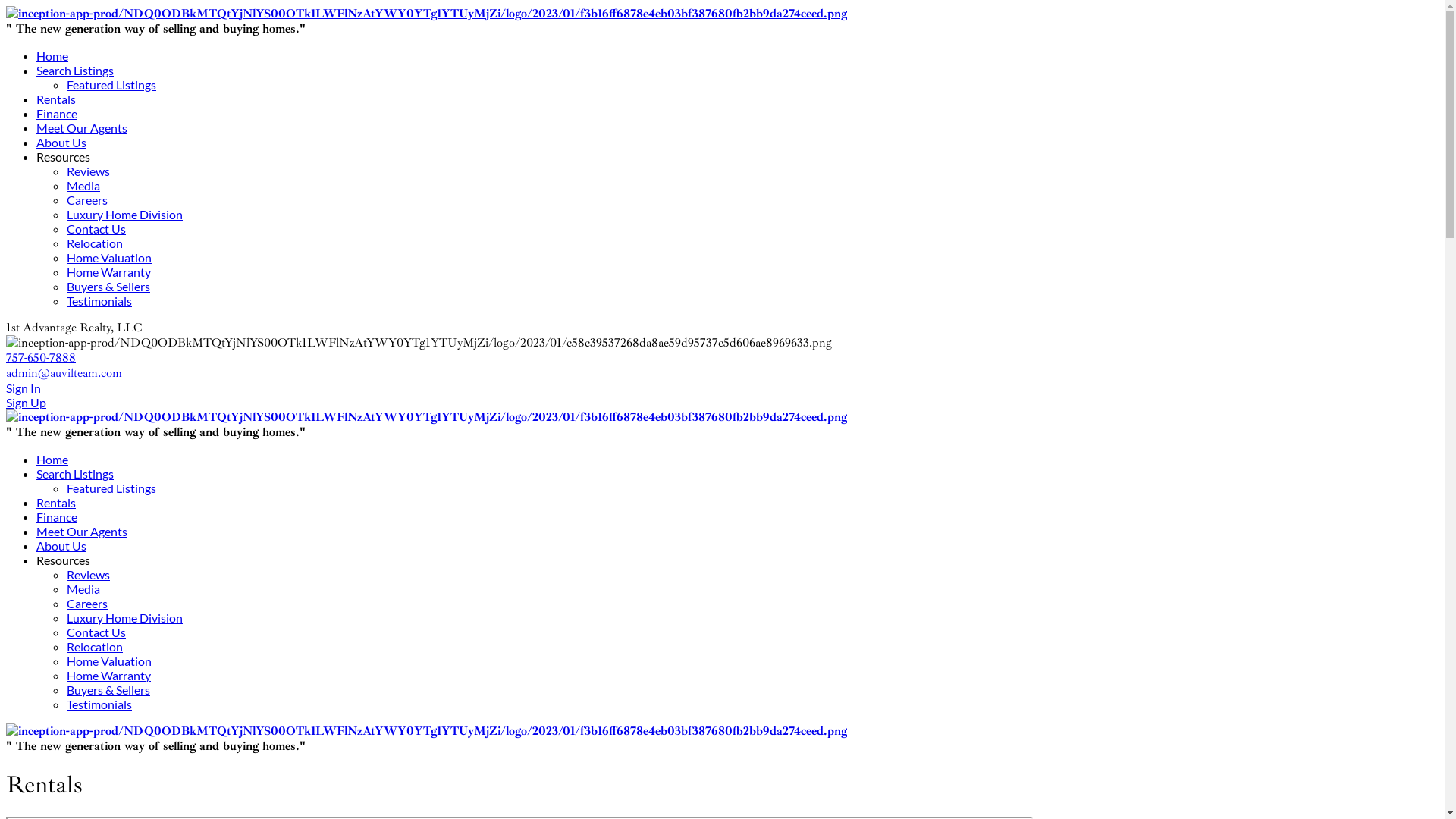 The height and width of the screenshot is (819, 1456). What do you see at coordinates (93, 646) in the screenshot?
I see `'Relocation'` at bounding box center [93, 646].